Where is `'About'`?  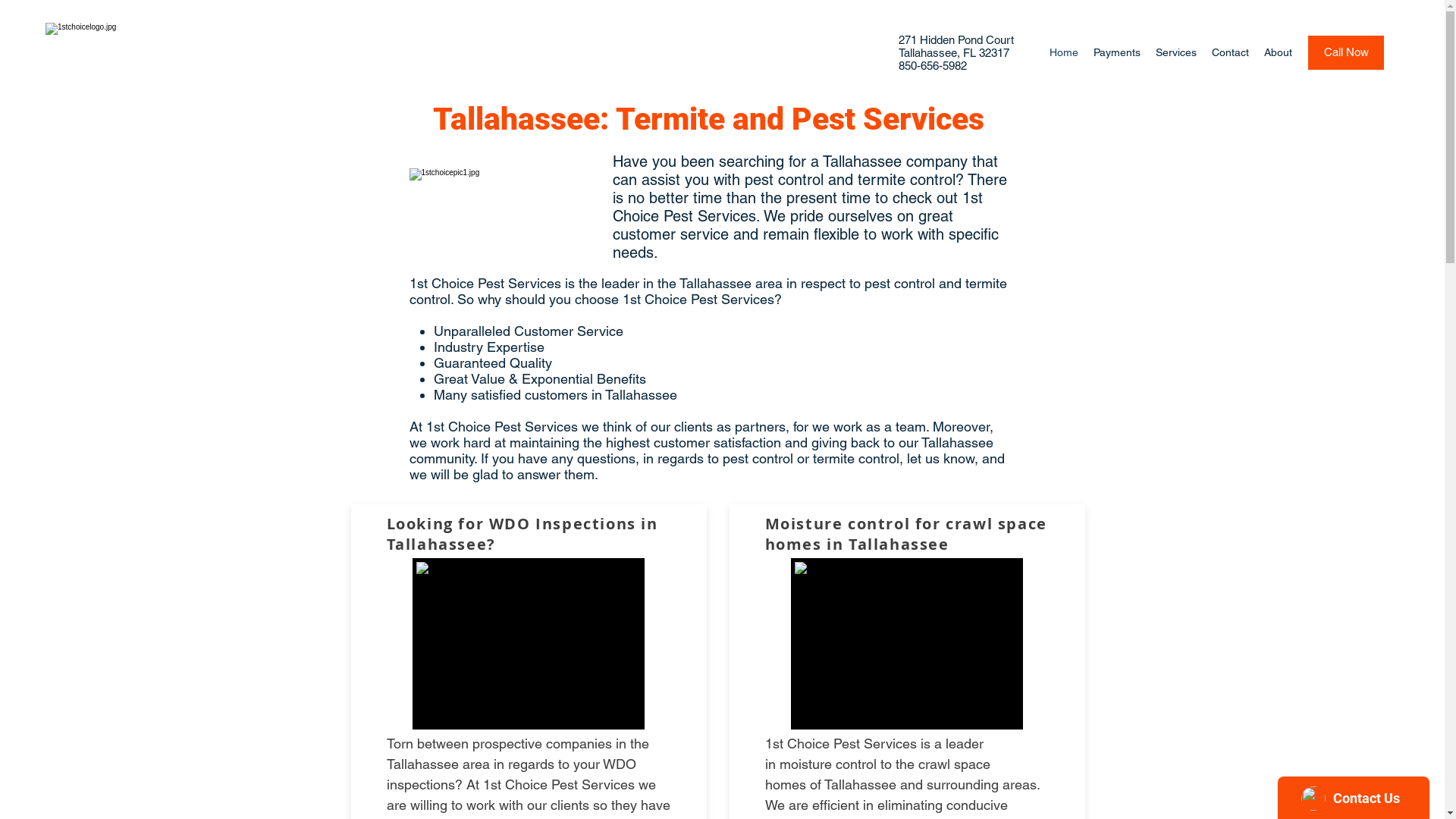
'About' is located at coordinates (1277, 52).